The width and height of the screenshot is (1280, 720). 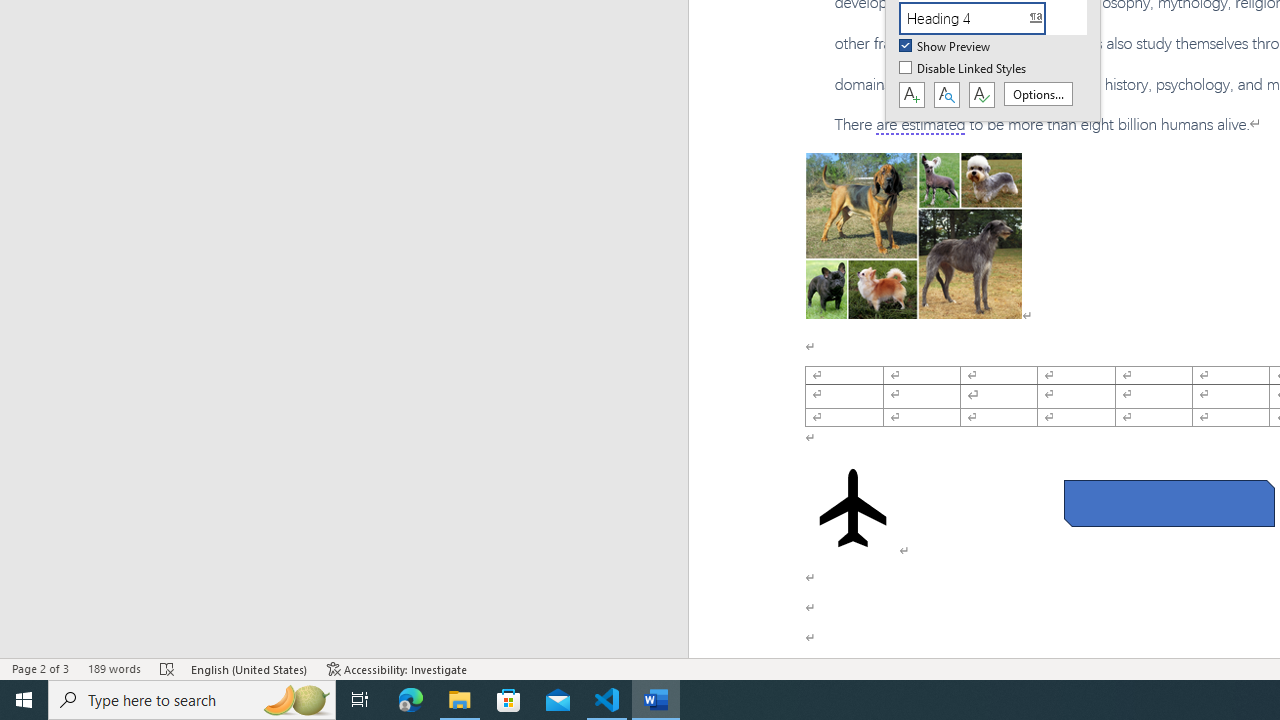 I want to click on 'Visual Studio Code - 1 running window', so click(x=606, y=698).